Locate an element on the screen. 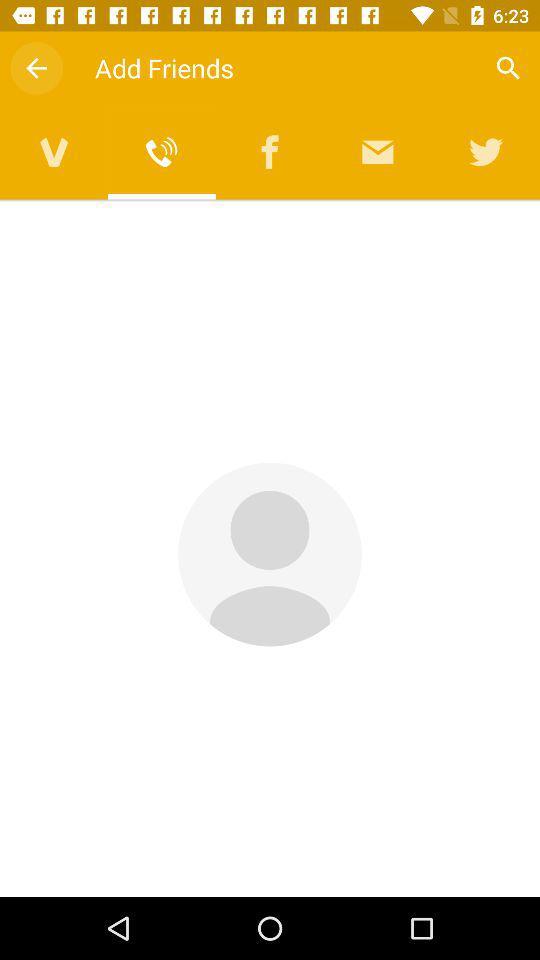 This screenshot has width=540, height=960. the twitter icon is located at coordinates (485, 151).